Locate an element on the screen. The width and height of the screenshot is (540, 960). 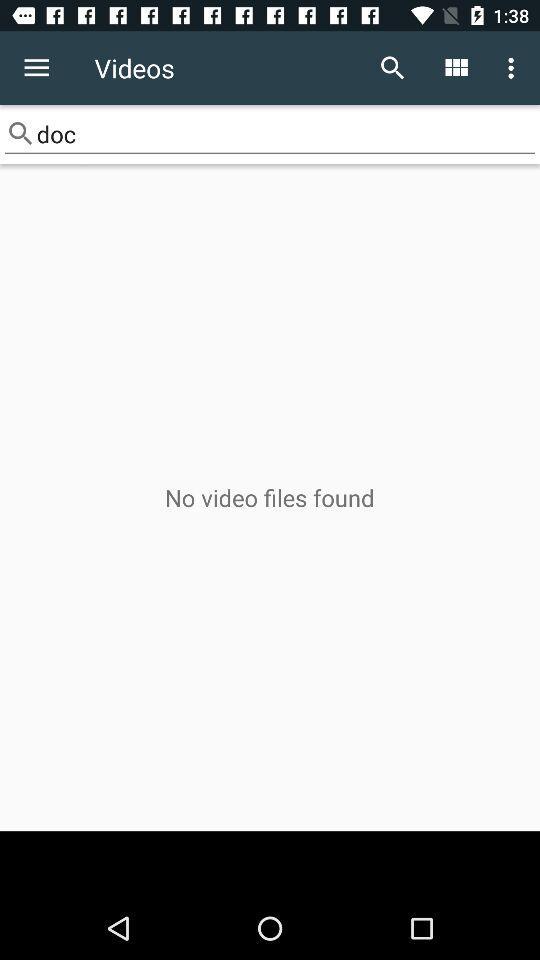
the icon above doc is located at coordinates (455, 68).